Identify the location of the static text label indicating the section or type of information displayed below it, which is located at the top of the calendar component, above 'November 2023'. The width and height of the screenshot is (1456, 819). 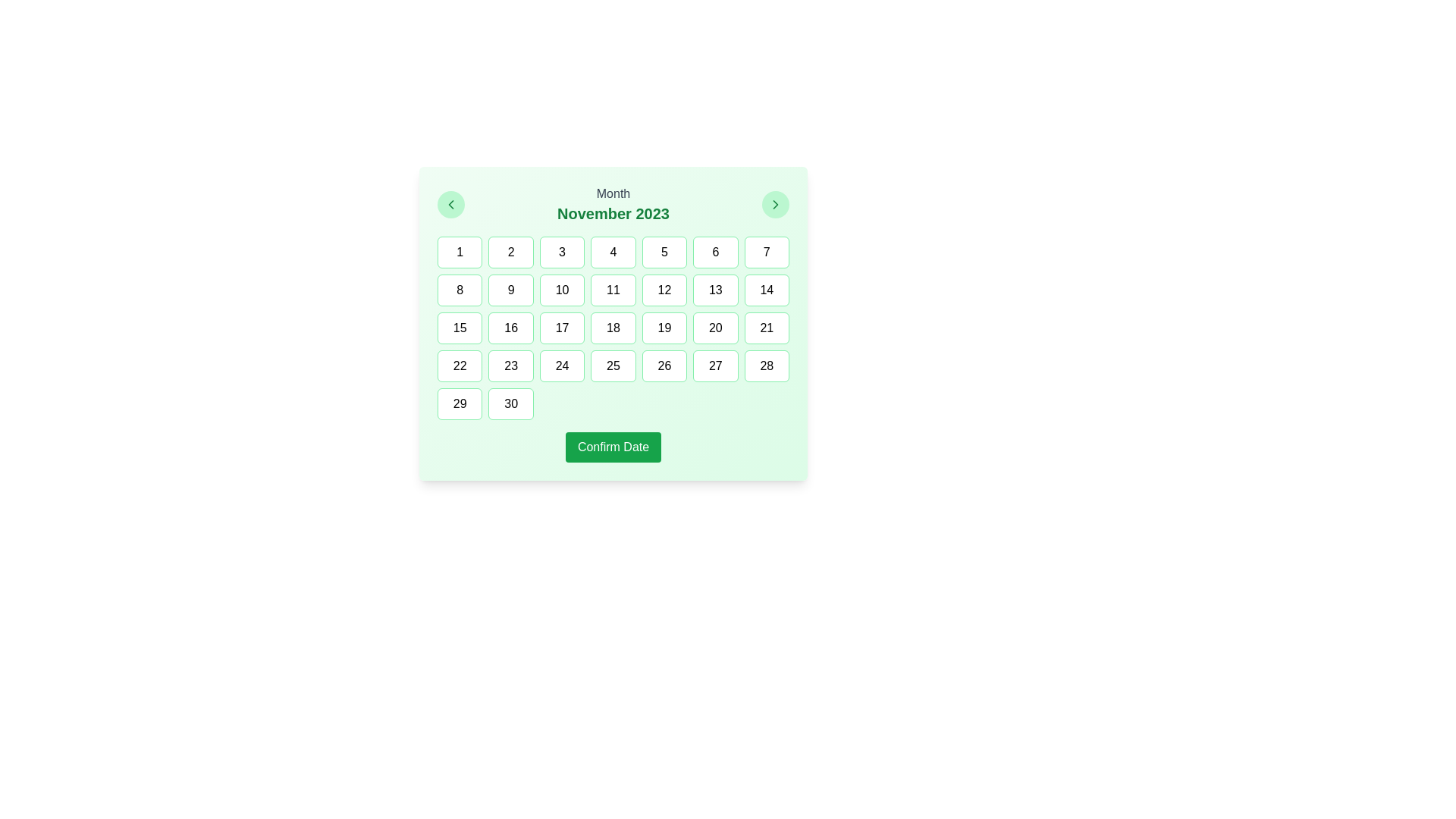
(613, 193).